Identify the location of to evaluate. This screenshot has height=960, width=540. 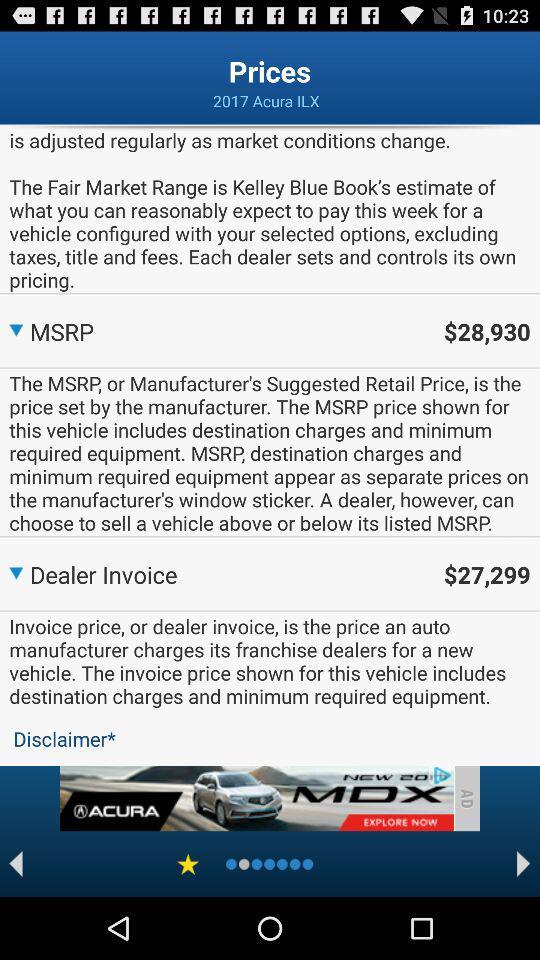
(188, 863).